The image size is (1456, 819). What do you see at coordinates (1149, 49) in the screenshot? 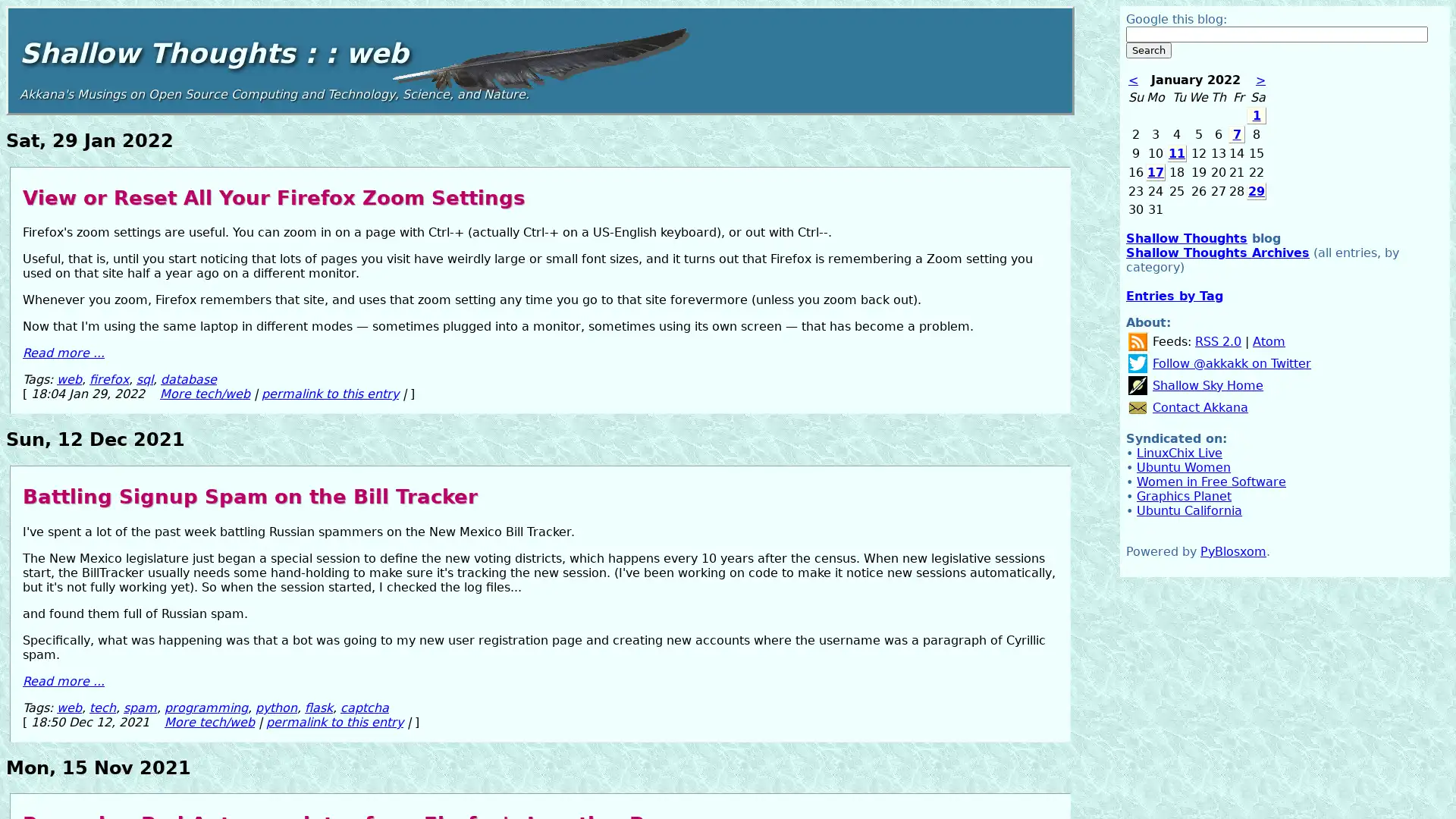
I see `Search` at bounding box center [1149, 49].